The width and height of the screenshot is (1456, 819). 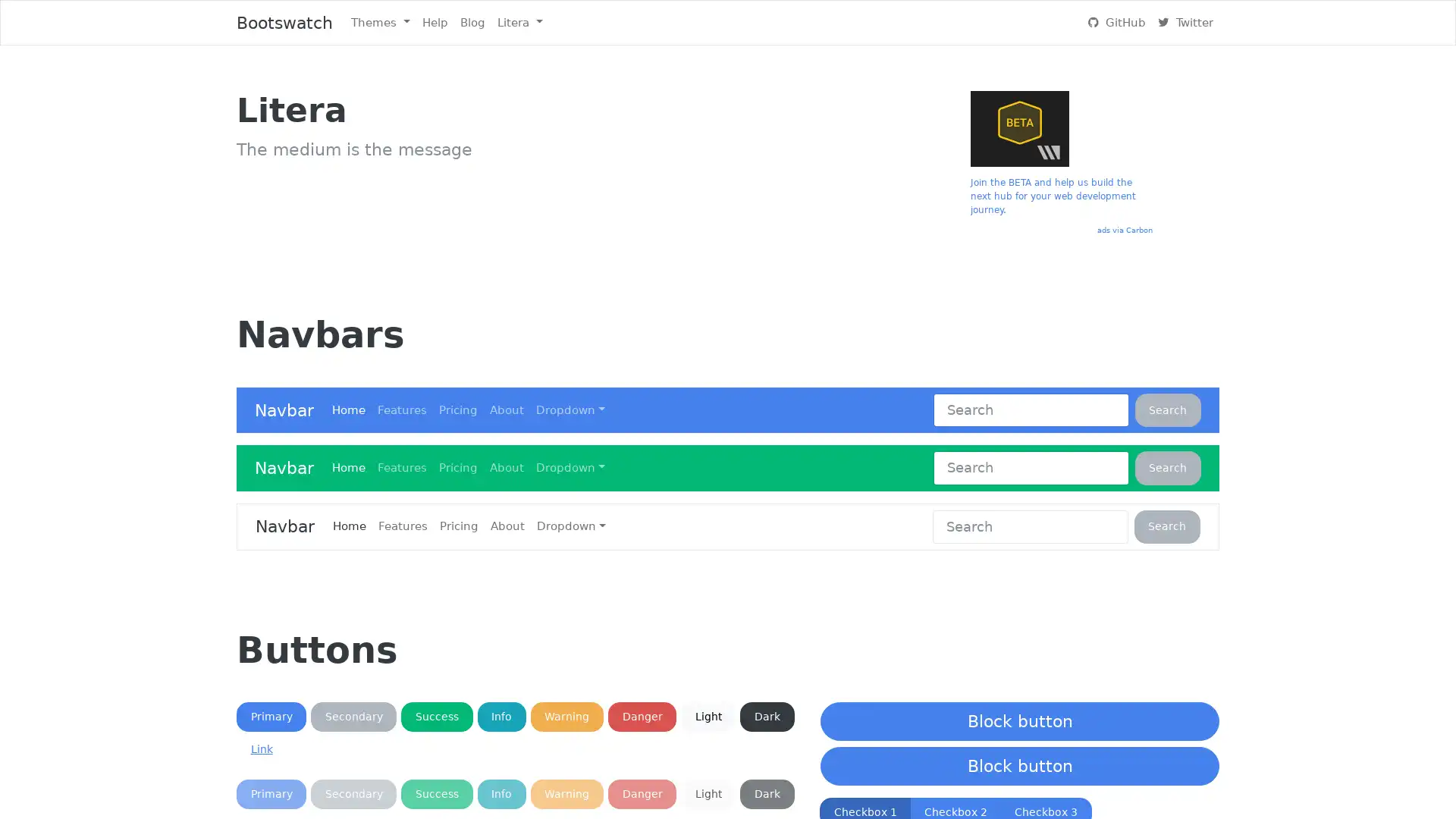 What do you see at coordinates (708, 717) in the screenshot?
I see `Light` at bounding box center [708, 717].